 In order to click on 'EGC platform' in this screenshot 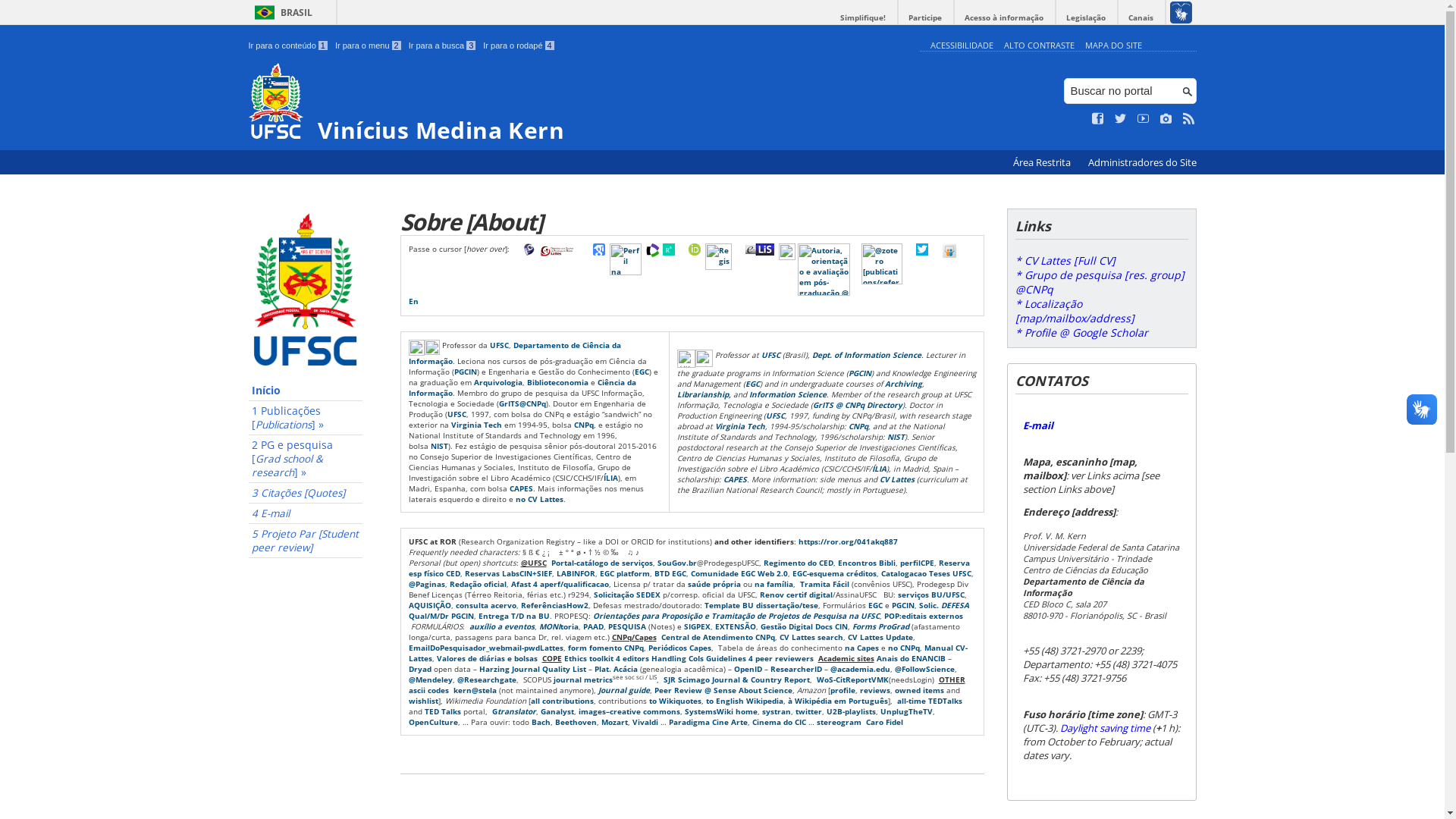, I will do `click(598, 573)`.